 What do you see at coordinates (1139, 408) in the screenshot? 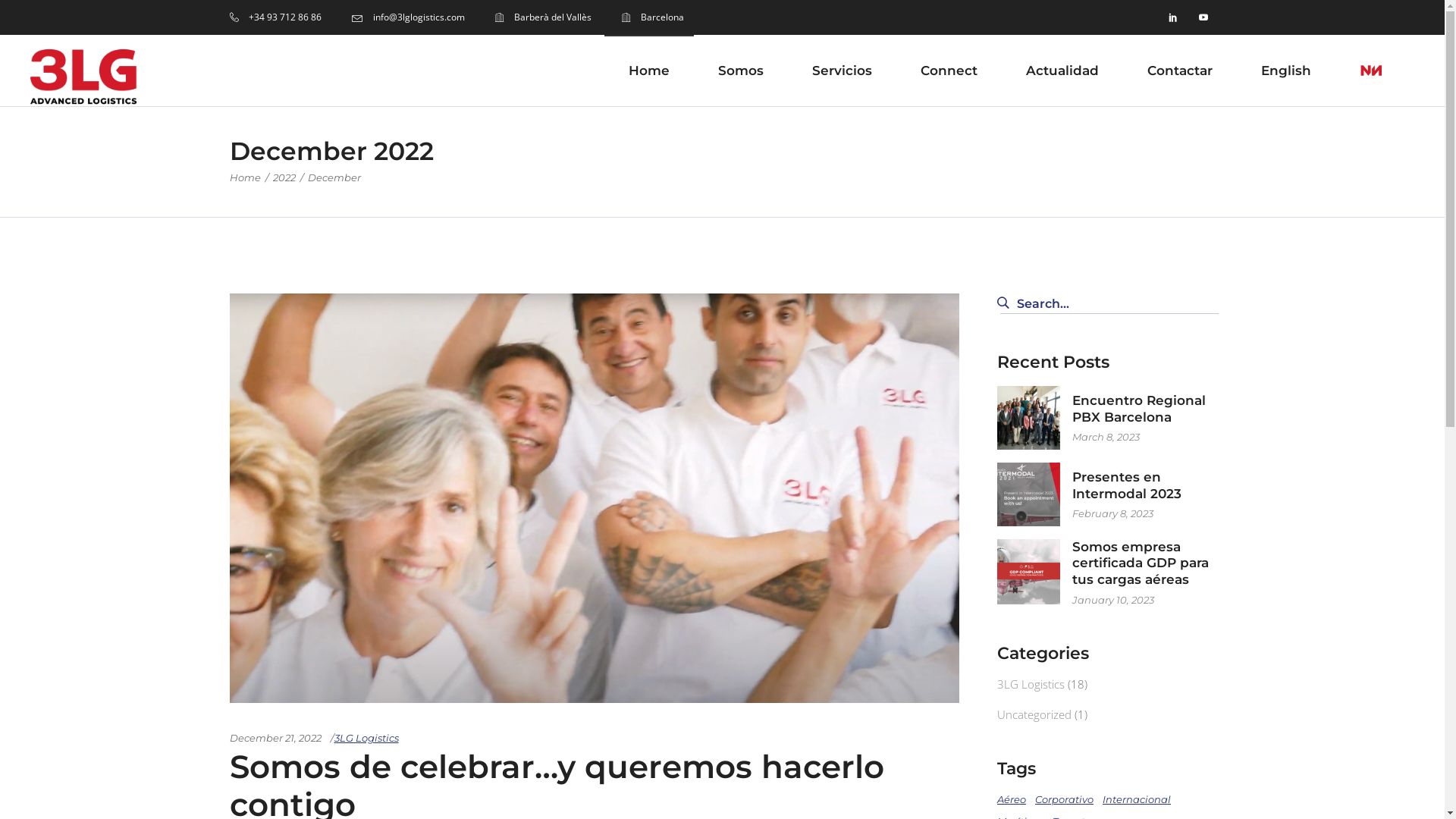
I see `'Encuentro Regional PBX Barcelona'` at bounding box center [1139, 408].